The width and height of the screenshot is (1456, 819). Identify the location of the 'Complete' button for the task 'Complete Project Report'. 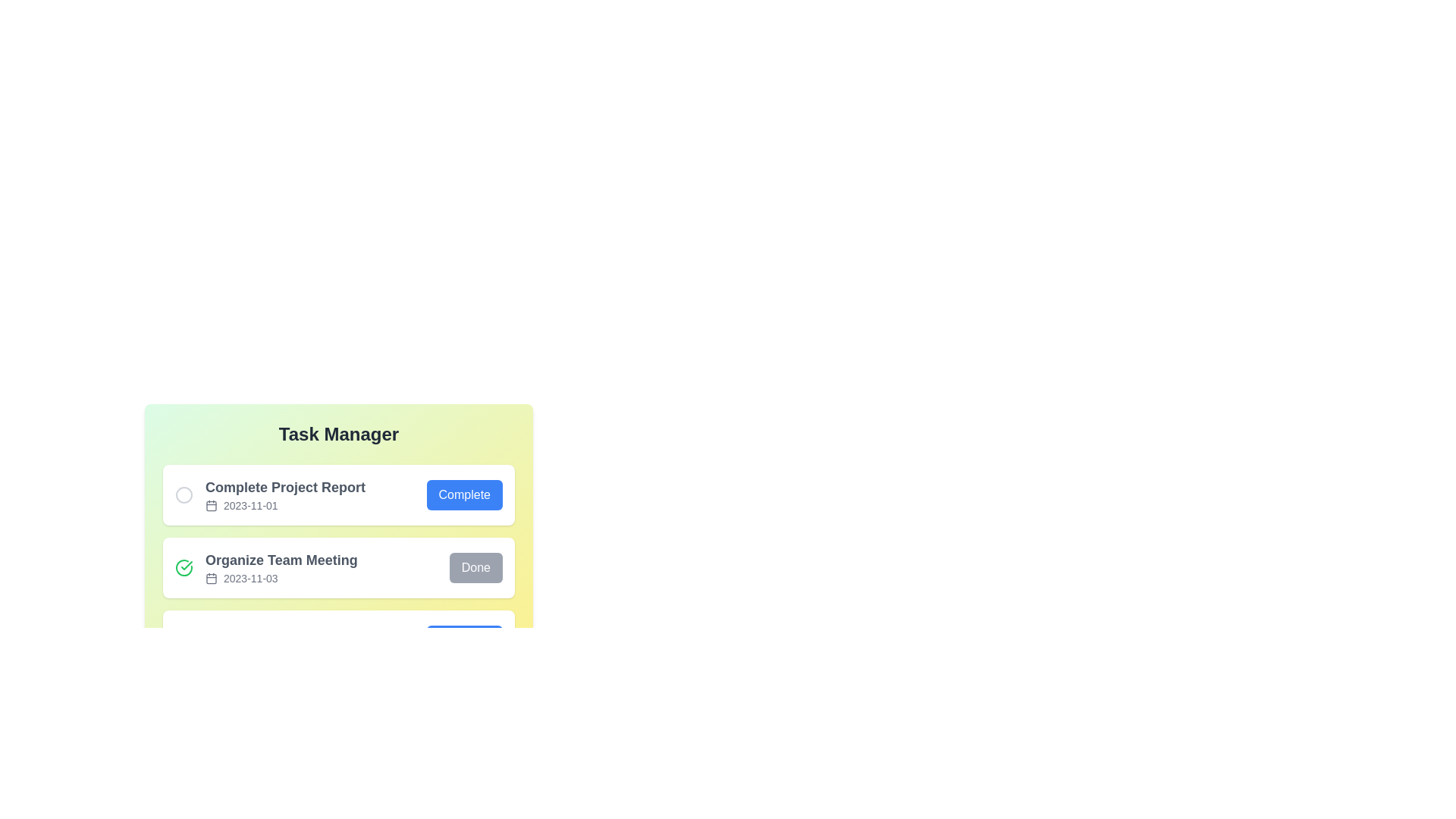
(463, 494).